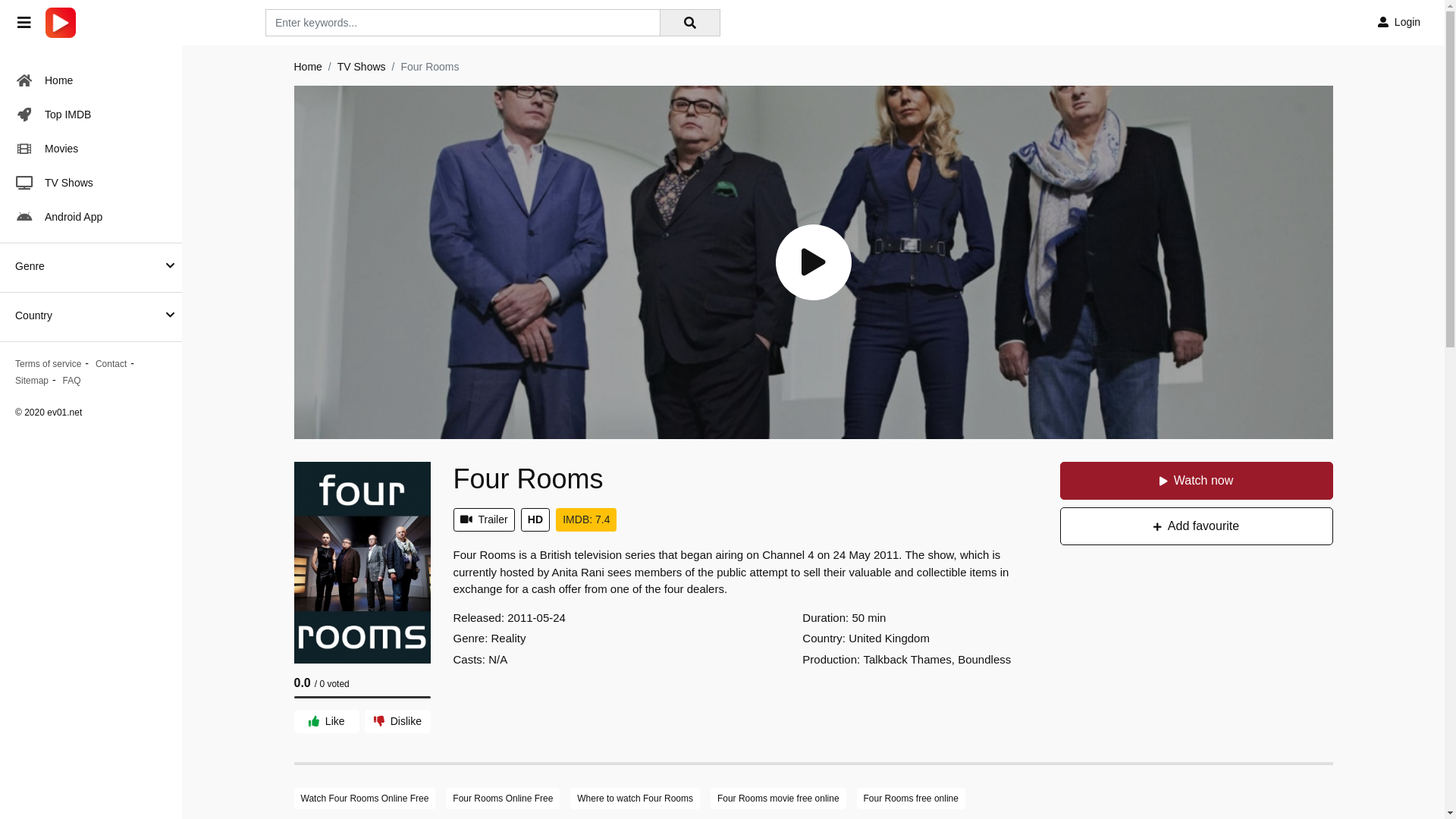 The image size is (1456, 819). I want to click on 'Dislike', so click(364, 720).